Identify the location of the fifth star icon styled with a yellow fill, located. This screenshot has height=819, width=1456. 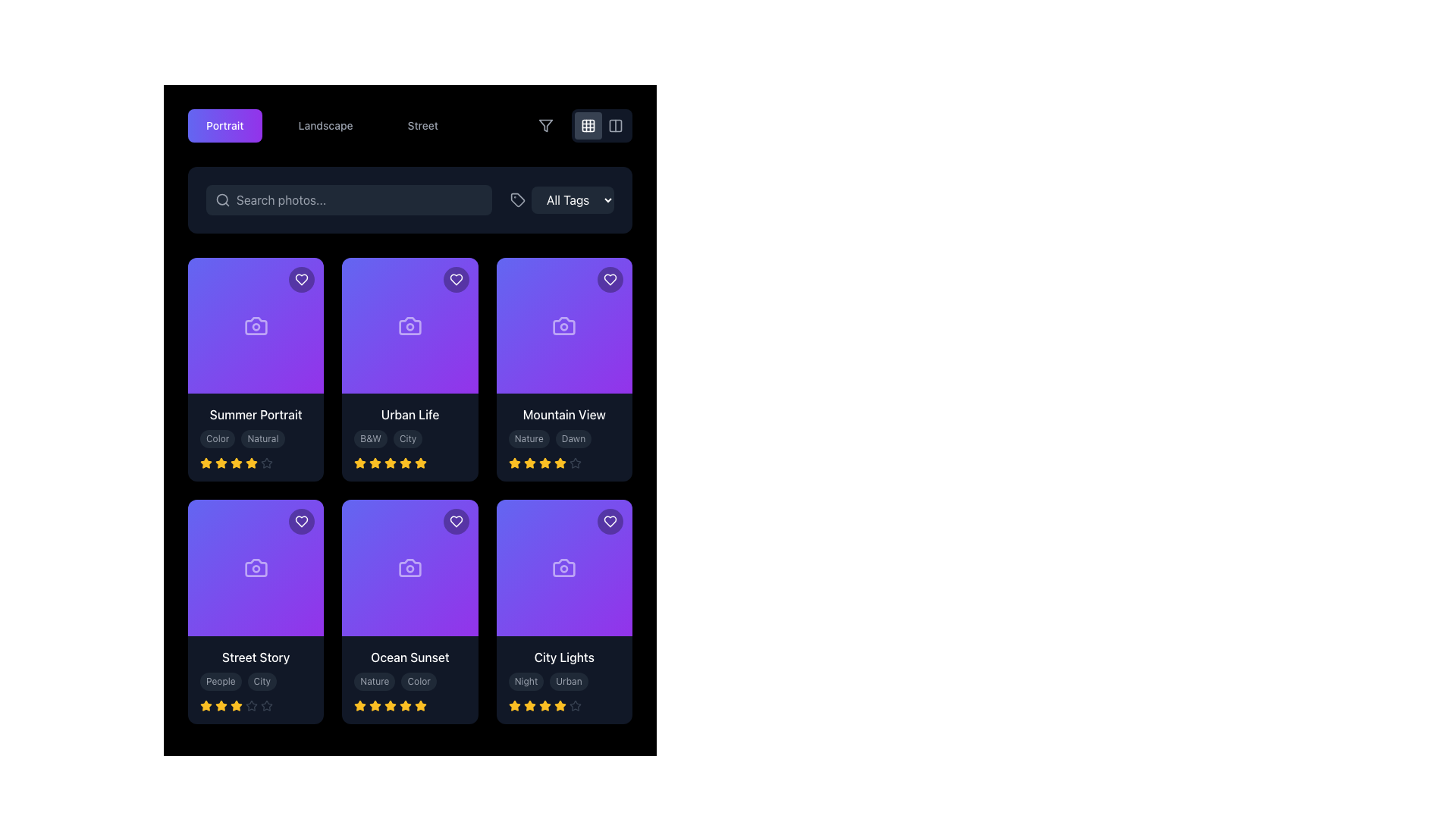
(359, 704).